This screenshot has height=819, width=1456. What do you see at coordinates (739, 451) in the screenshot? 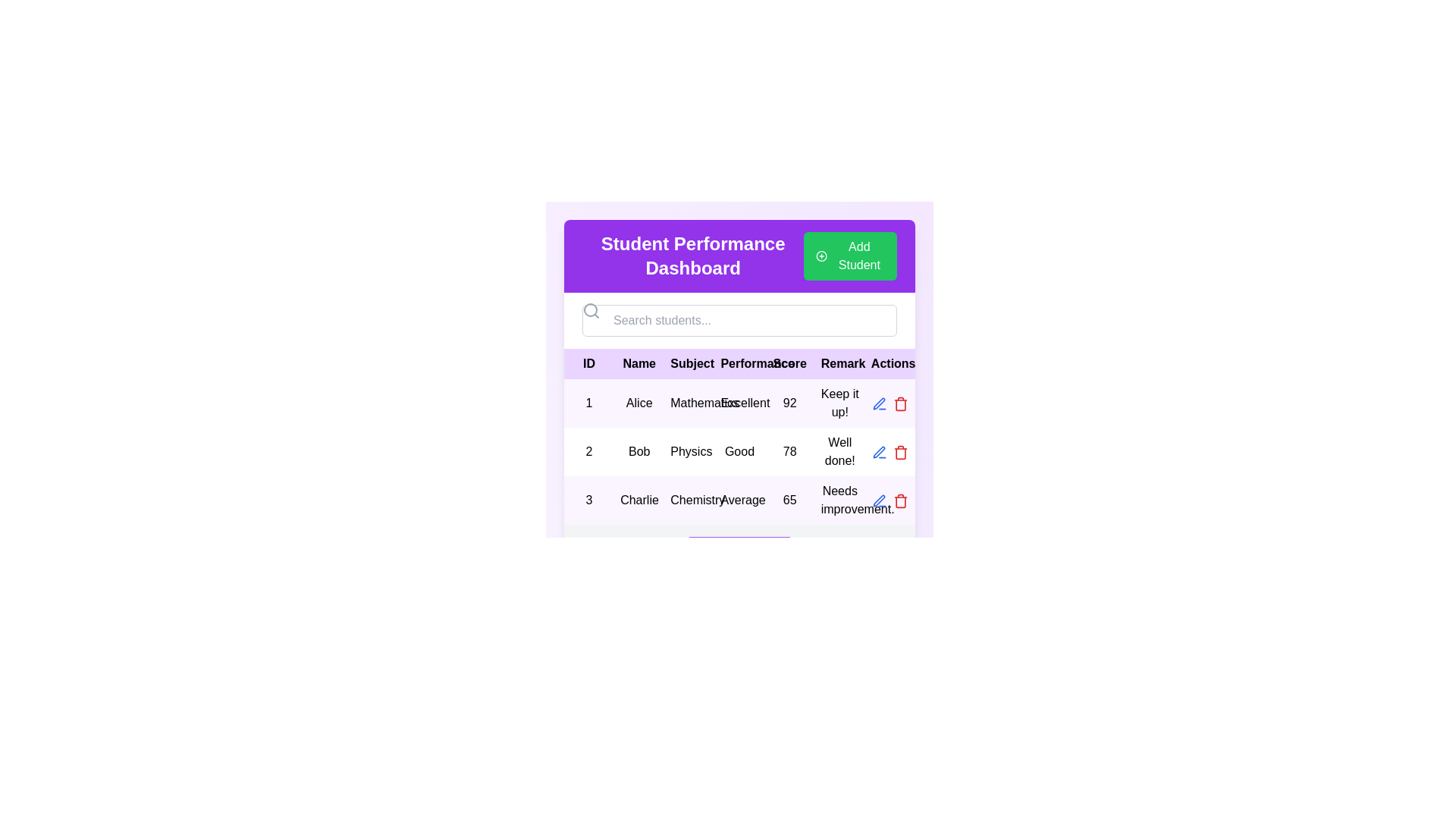
I see `on the second table row displaying student 'Bob'` at bounding box center [739, 451].